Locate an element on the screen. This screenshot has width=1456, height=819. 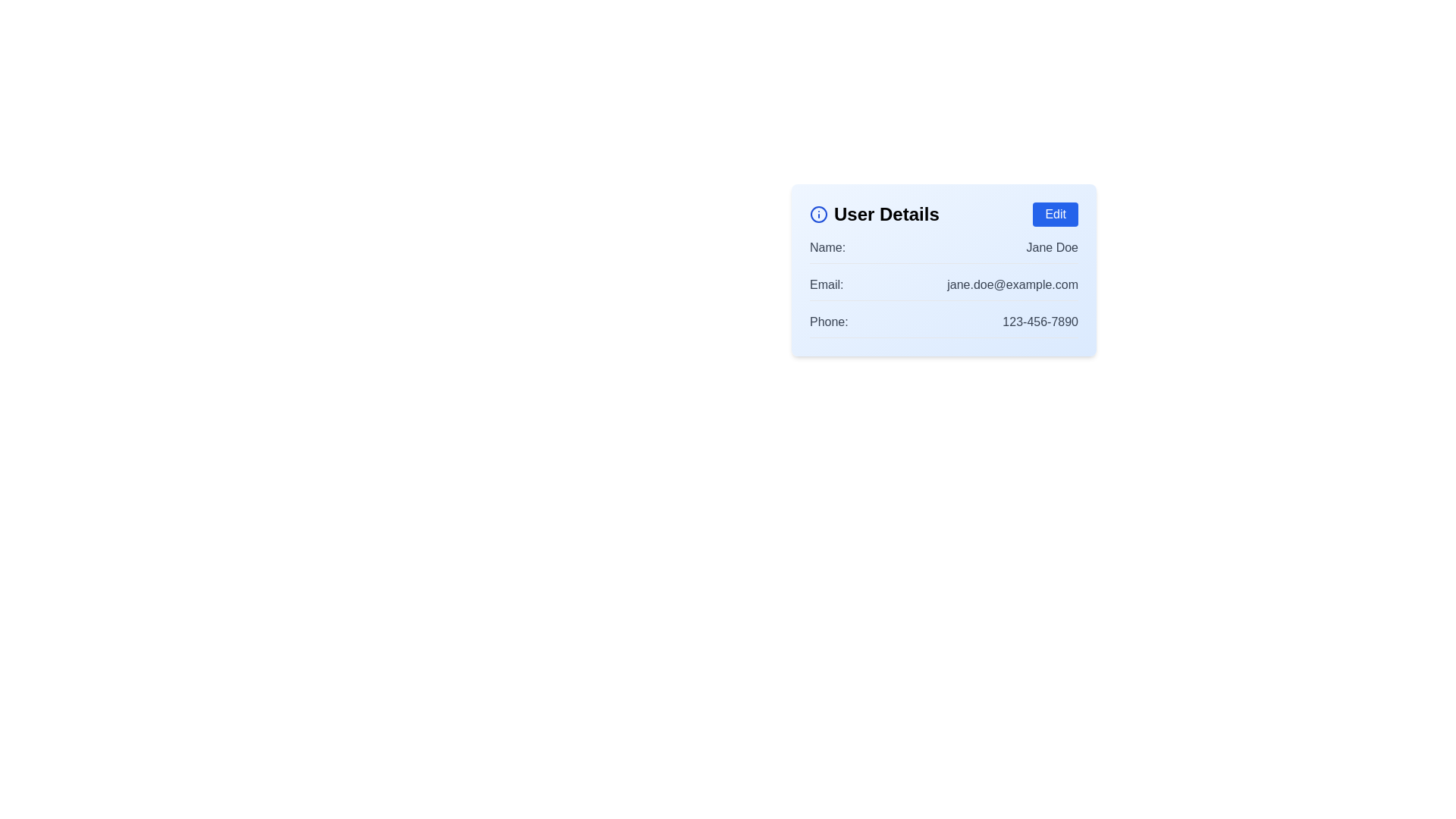
the static text label indicating the user's email address, which is located near the top-left corner of the user details section is located at coordinates (826, 284).